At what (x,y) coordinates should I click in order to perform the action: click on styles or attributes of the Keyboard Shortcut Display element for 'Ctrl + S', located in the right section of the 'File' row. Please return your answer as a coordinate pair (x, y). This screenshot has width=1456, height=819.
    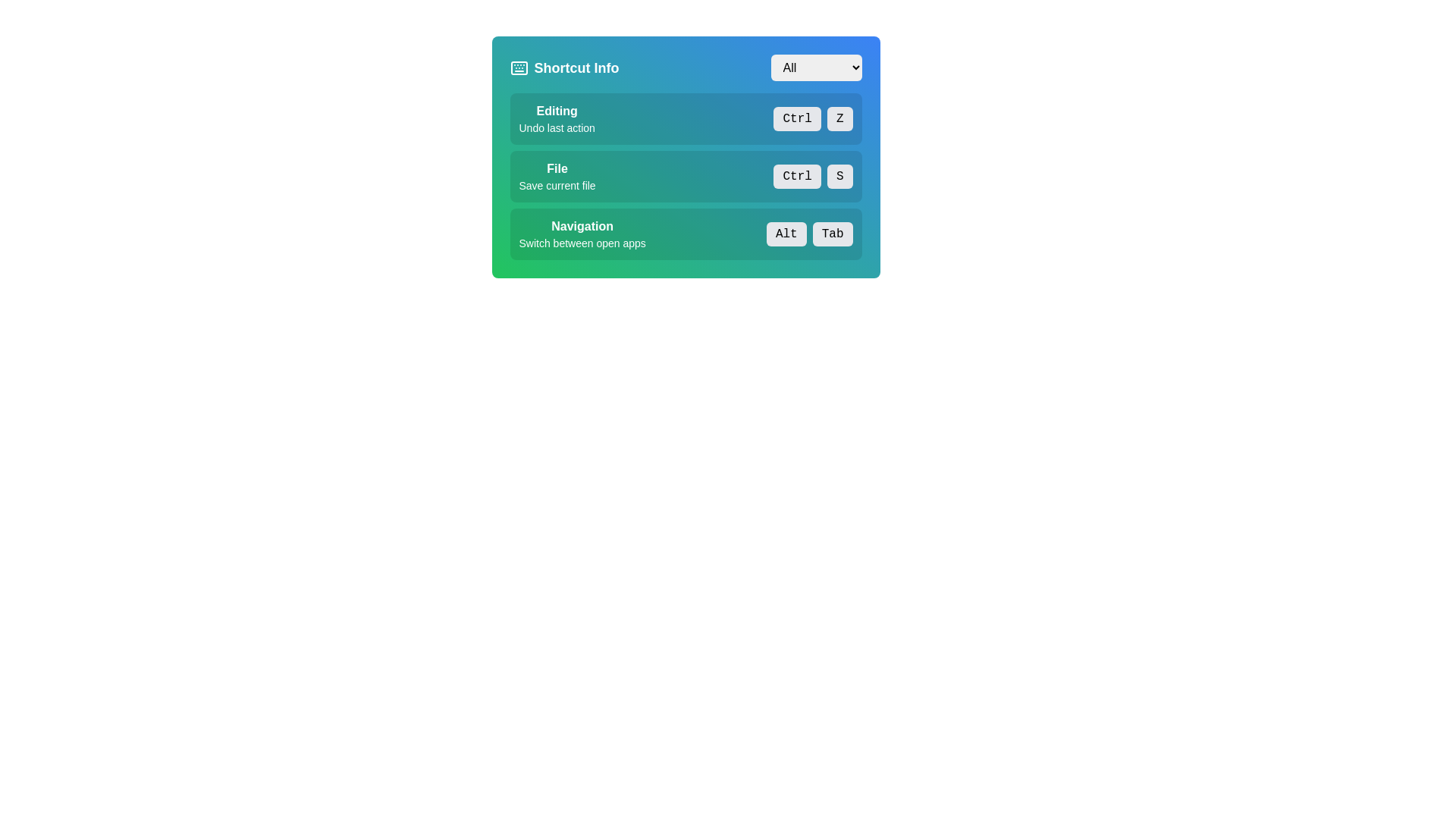
    Looking at the image, I should click on (812, 175).